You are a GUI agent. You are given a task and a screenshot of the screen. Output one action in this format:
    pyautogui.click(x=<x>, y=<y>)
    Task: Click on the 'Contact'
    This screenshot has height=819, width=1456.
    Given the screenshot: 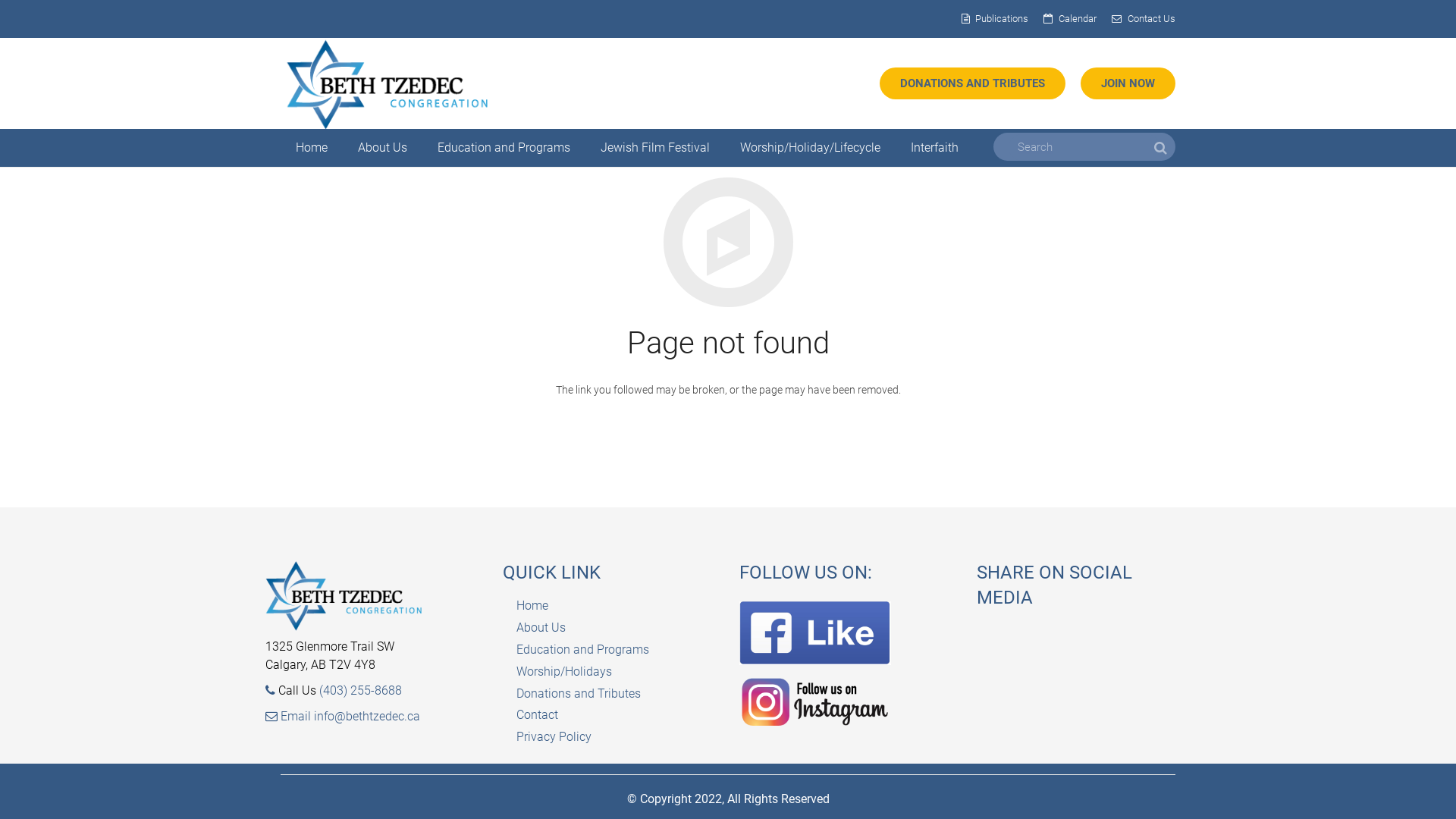 What is the action you would take?
    pyautogui.click(x=536, y=714)
    